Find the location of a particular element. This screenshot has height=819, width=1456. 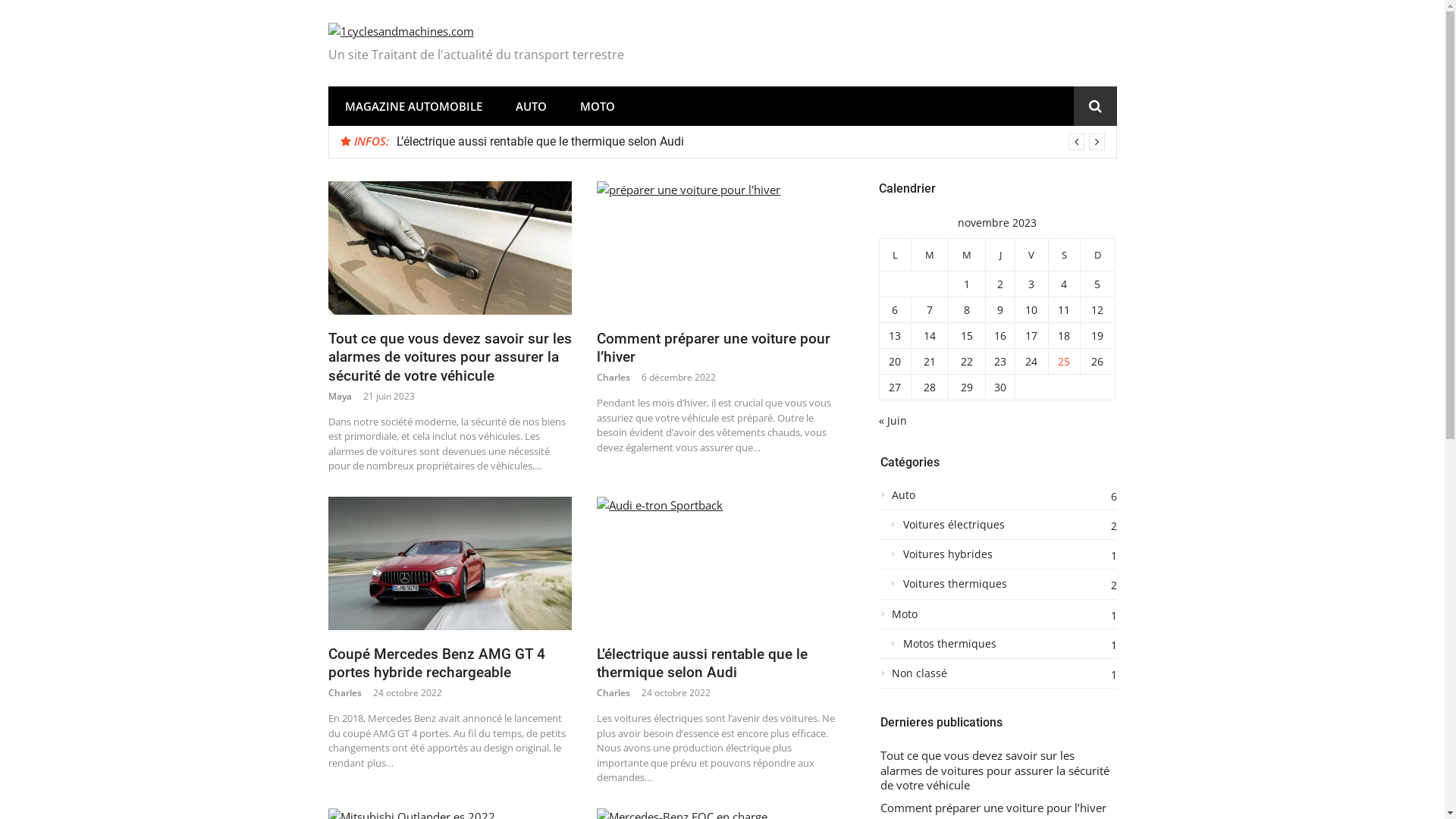

'Maya' is located at coordinates (338, 395).